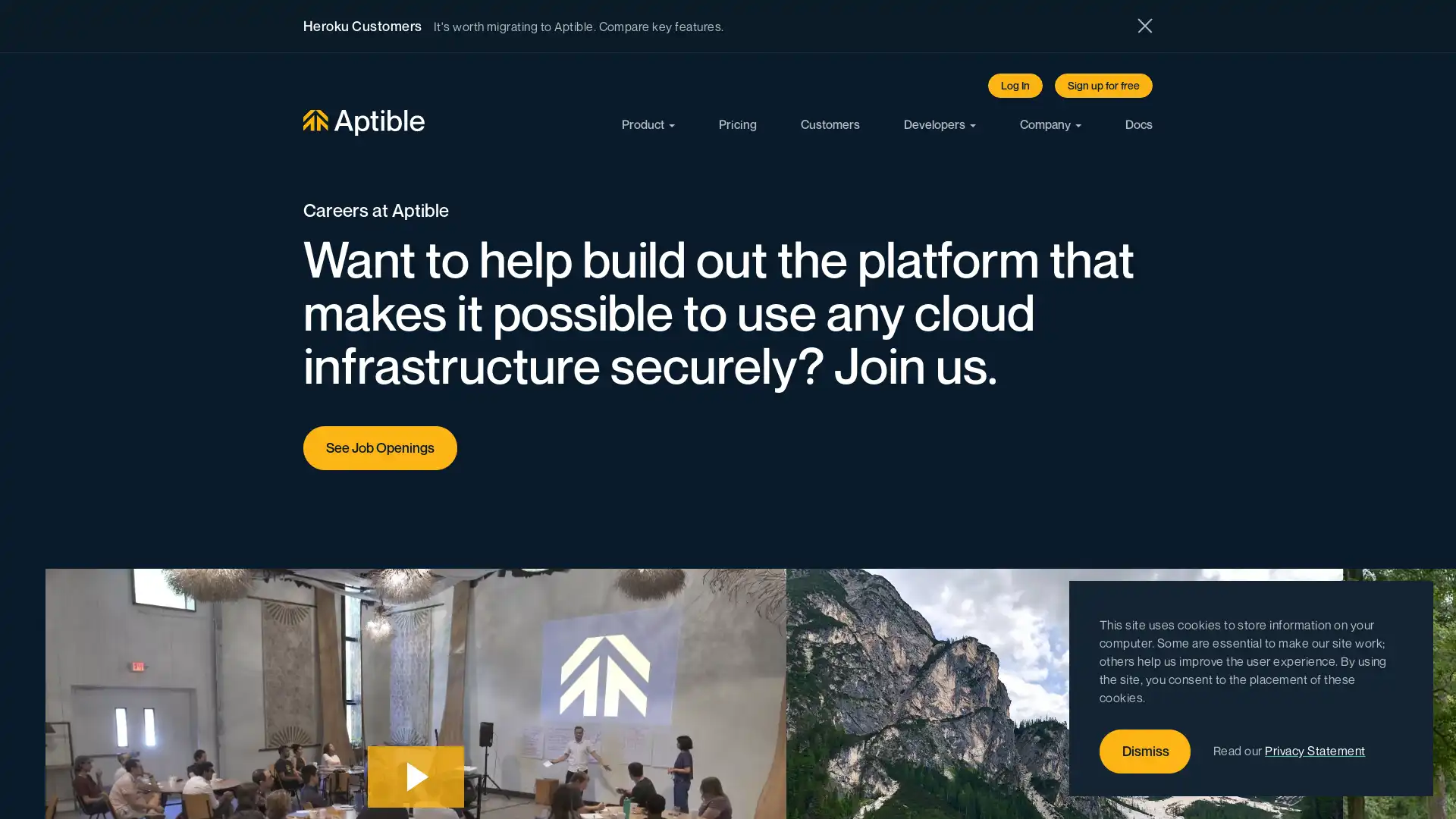 The width and height of the screenshot is (1456, 819). Describe the element at coordinates (1145, 752) in the screenshot. I see `Dismiss` at that location.